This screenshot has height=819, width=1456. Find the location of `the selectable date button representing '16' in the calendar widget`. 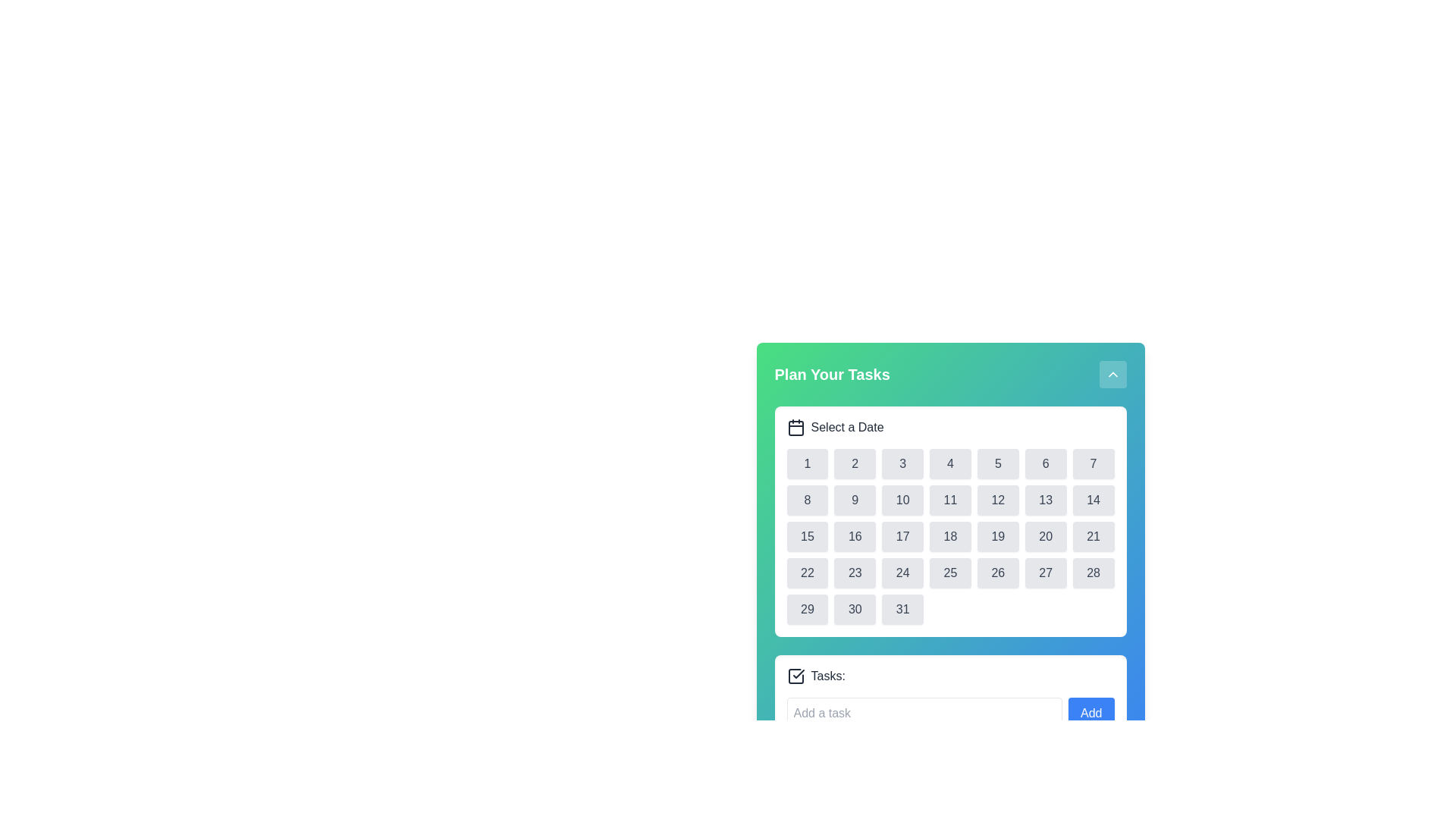

the selectable date button representing '16' in the calendar widget is located at coordinates (855, 536).